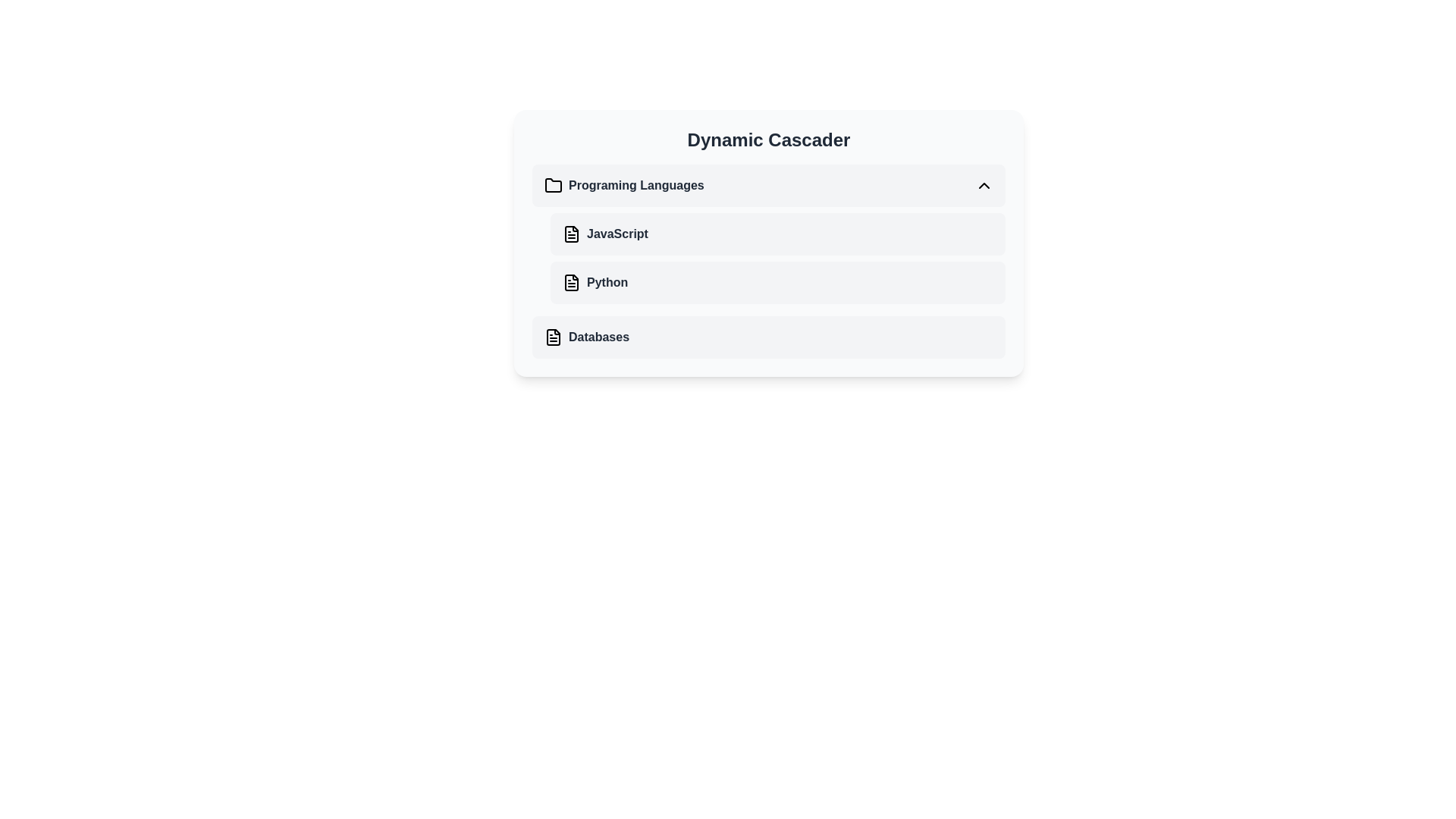  I want to click on the document icon located to the left of the text 'Python', which features a minimalistic line art design with black strokes and three horizontal lines representing text, so click(570, 283).